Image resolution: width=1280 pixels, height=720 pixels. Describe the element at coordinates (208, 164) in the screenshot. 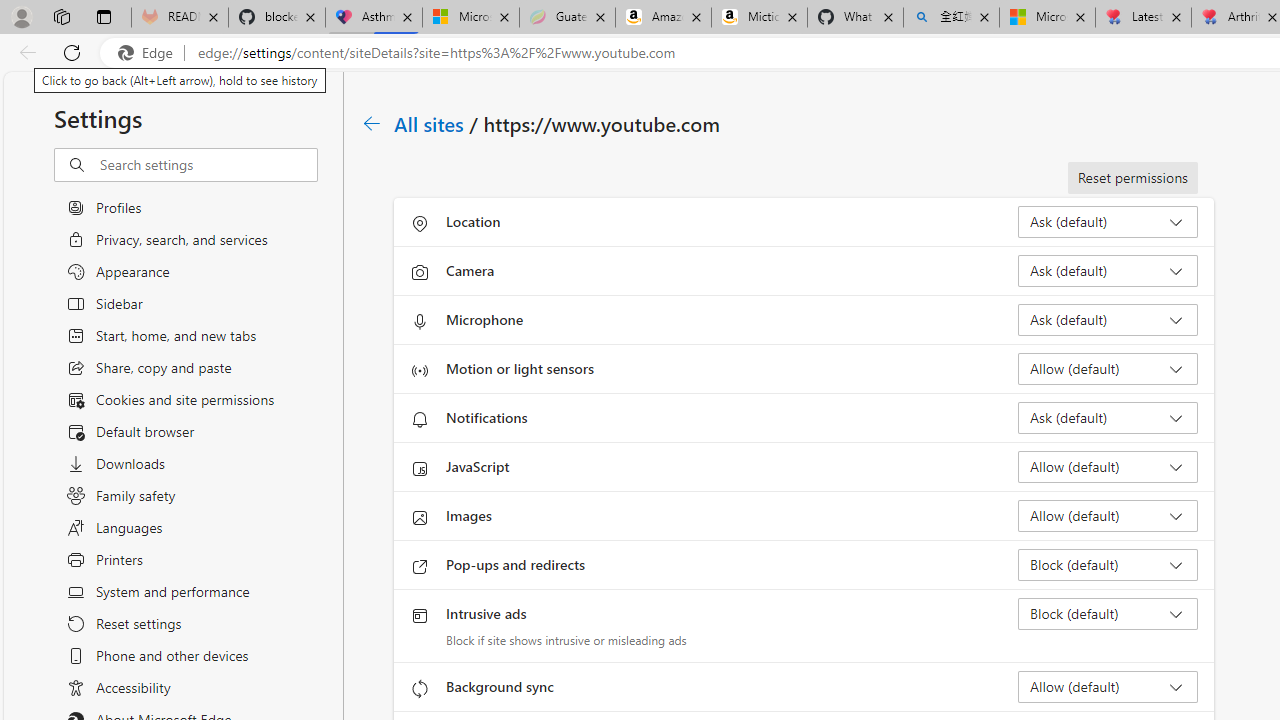

I see `'Search settings'` at that location.